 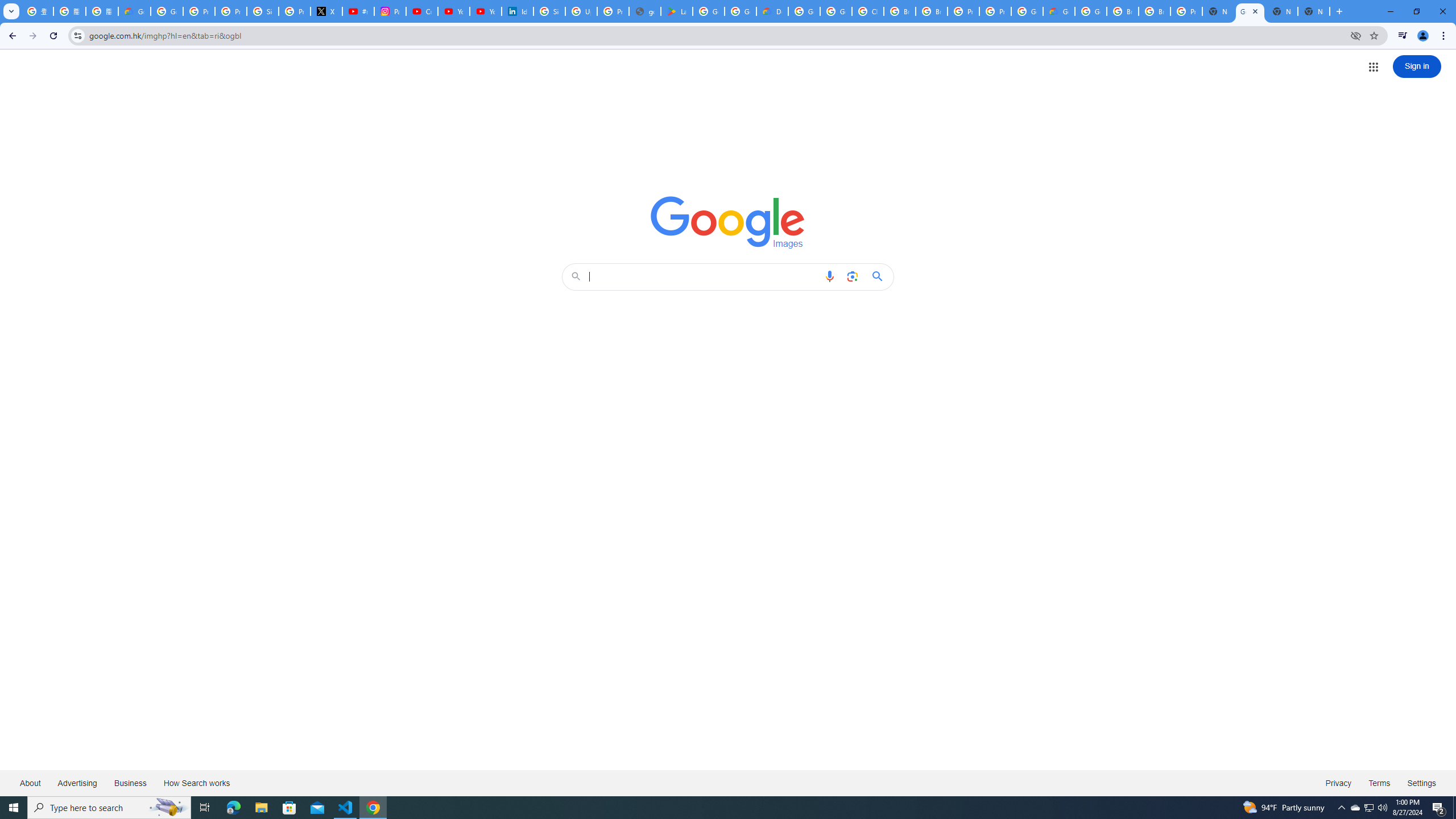 I want to click on '#nbabasketballhighlights - YouTube', so click(x=359, y=11).